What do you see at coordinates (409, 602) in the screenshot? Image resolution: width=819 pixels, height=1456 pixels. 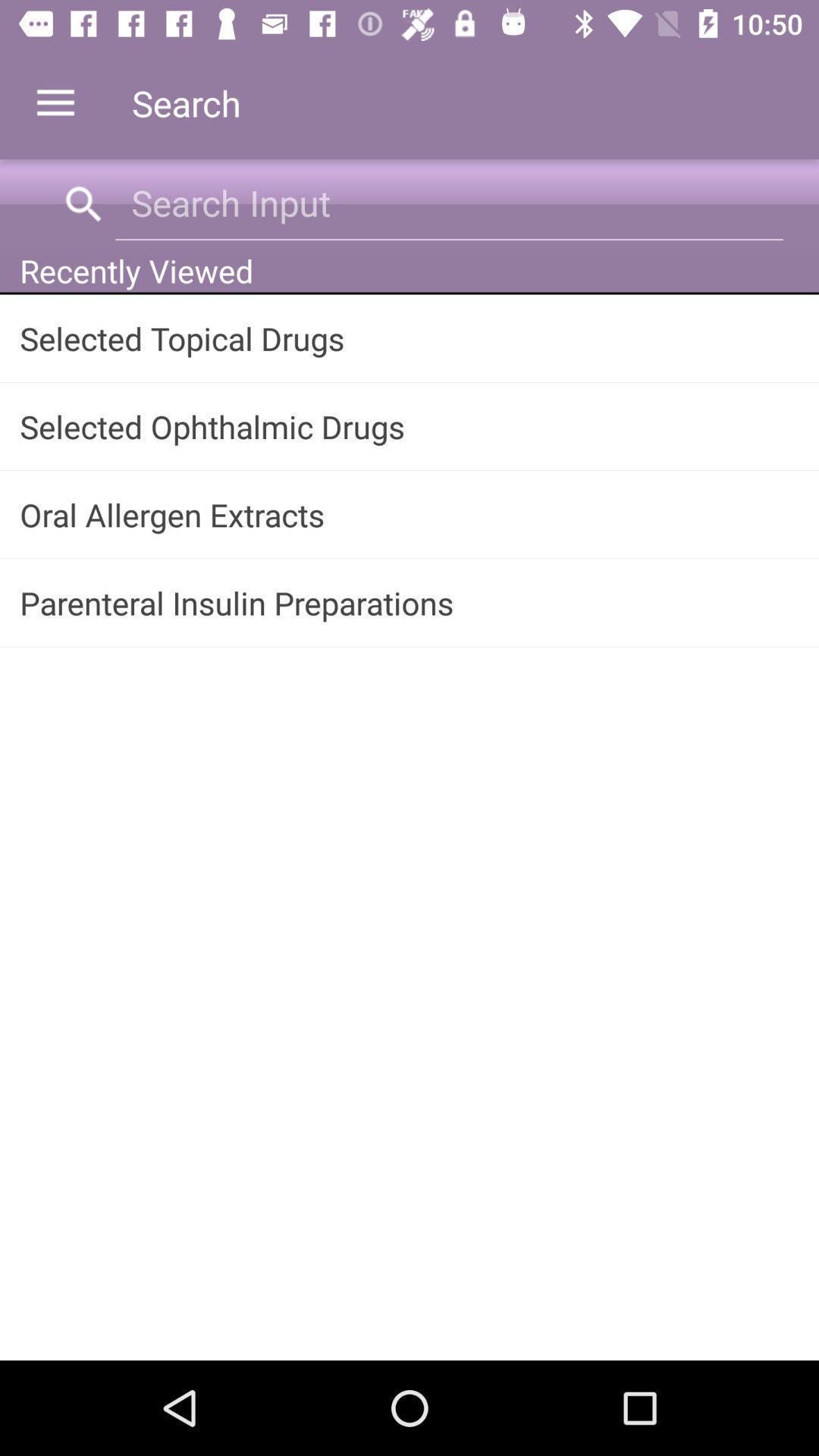 I see `the app below oral allergen extracts icon` at bounding box center [409, 602].